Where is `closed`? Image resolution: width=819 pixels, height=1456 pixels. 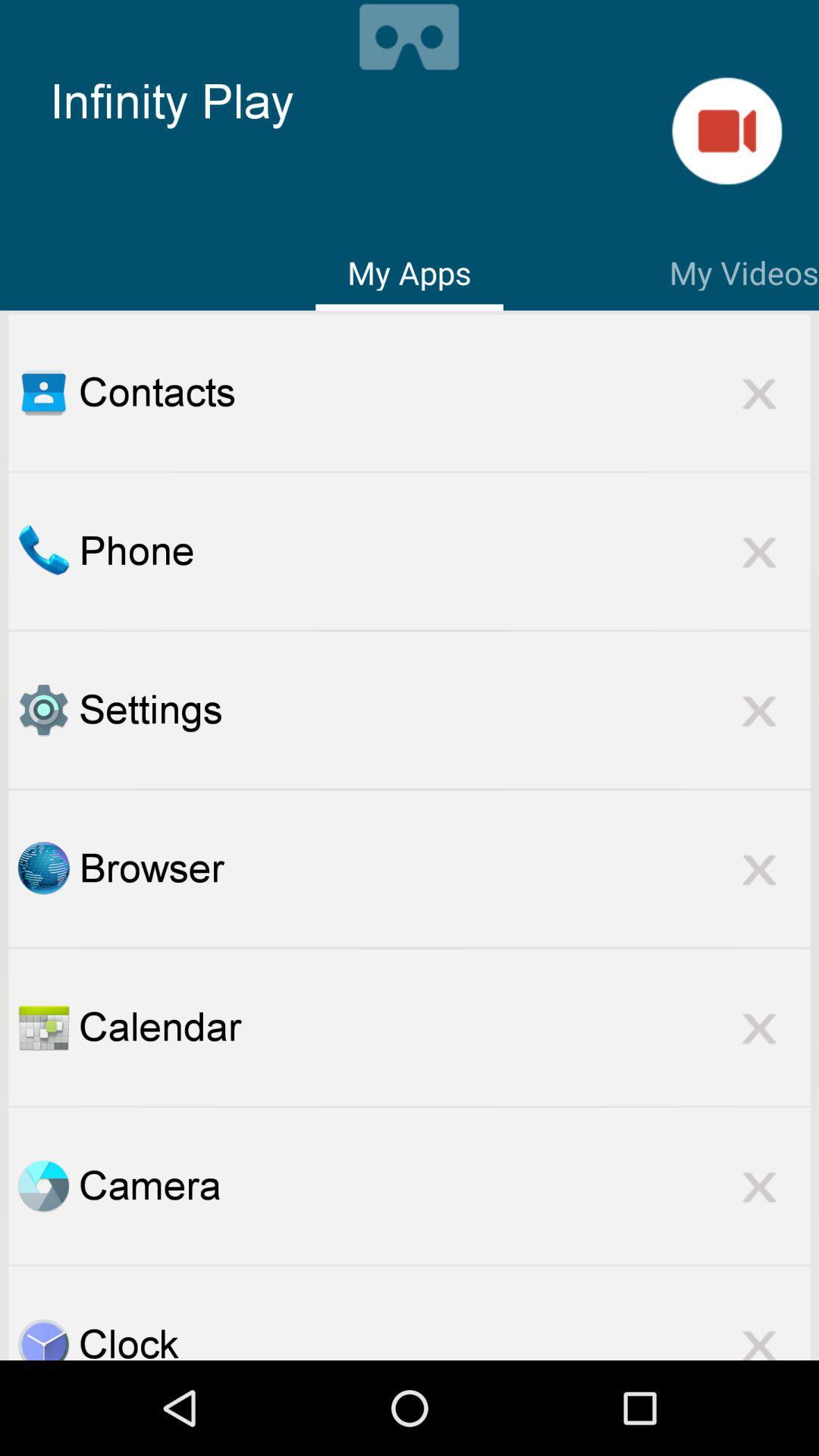
closed is located at coordinates (759, 868).